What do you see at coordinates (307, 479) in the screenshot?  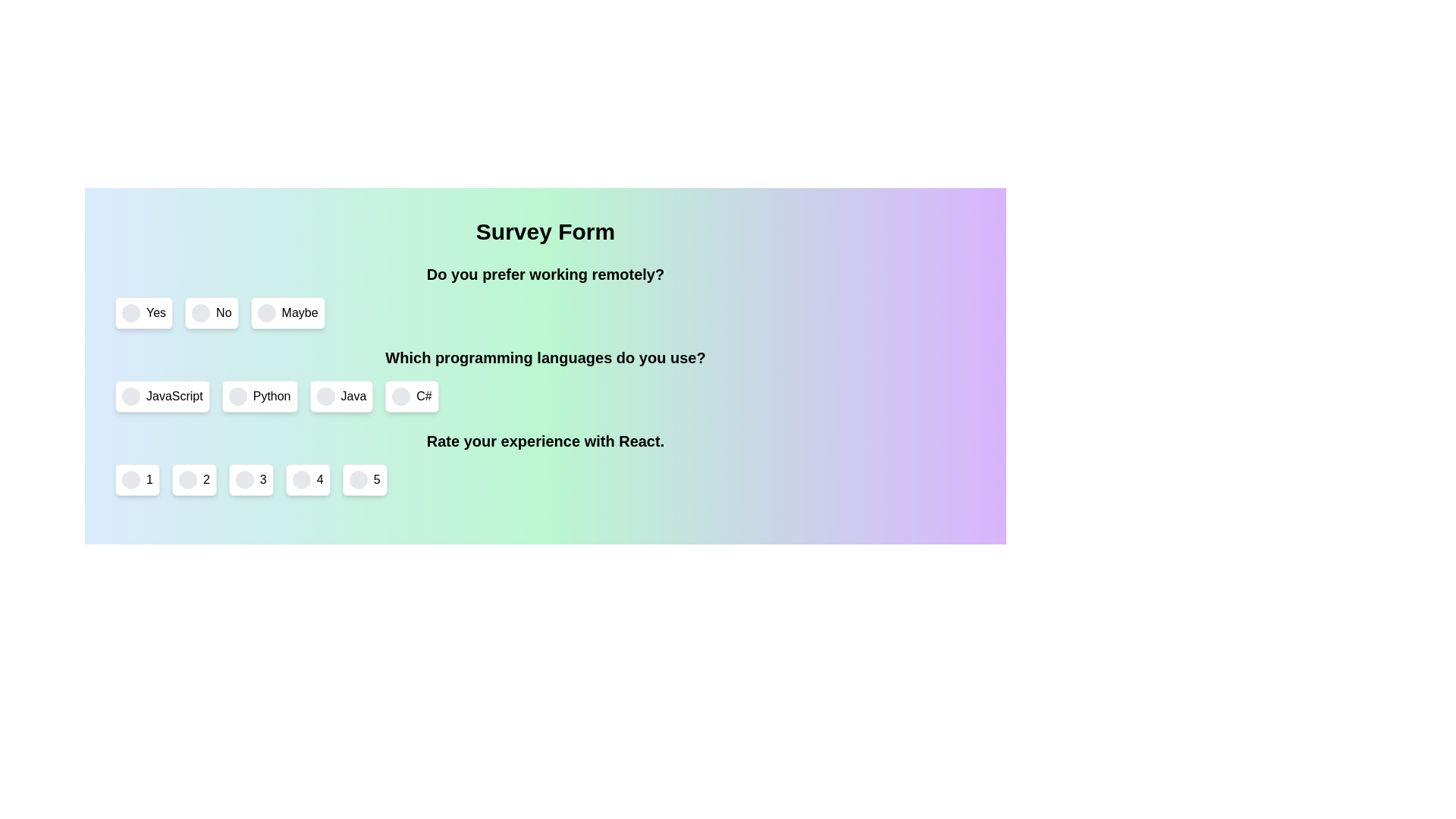 I see `the radio button labeled '4' in the 'Rate your experience with React' section, which is the fourth option in a series of five radio buttons` at bounding box center [307, 479].